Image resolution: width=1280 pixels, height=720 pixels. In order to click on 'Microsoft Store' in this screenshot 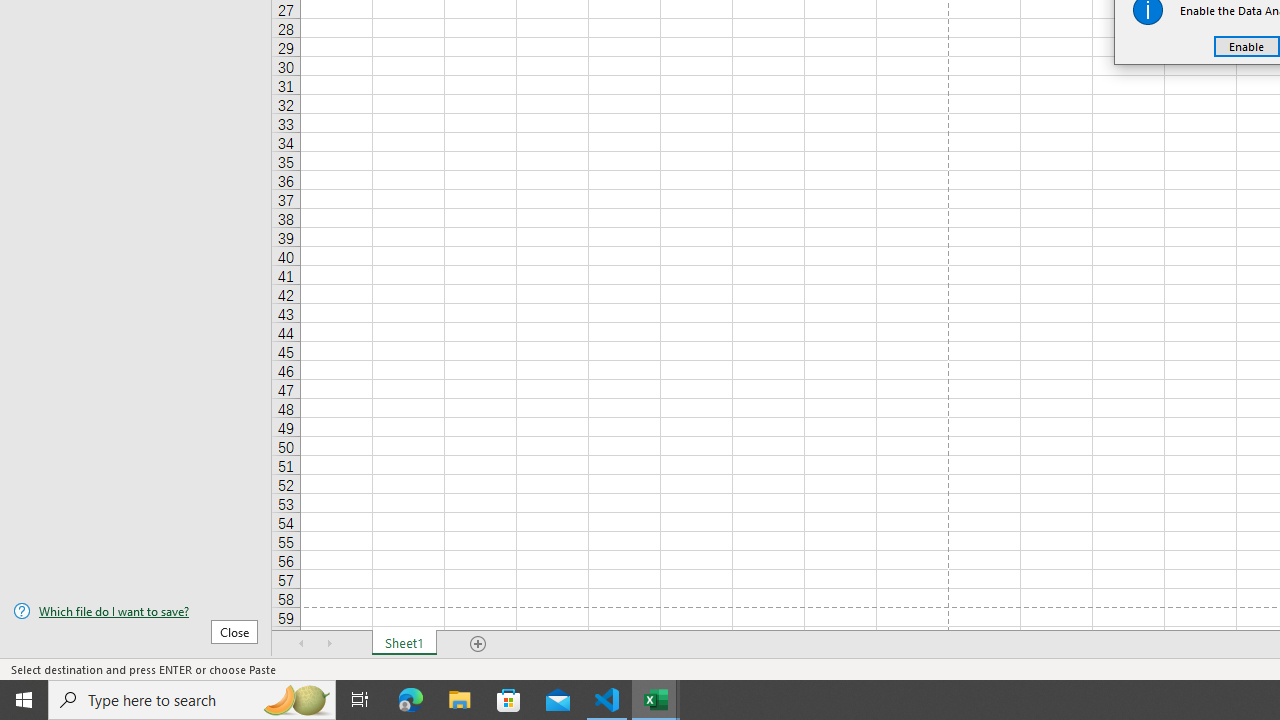, I will do `click(509, 698)`.